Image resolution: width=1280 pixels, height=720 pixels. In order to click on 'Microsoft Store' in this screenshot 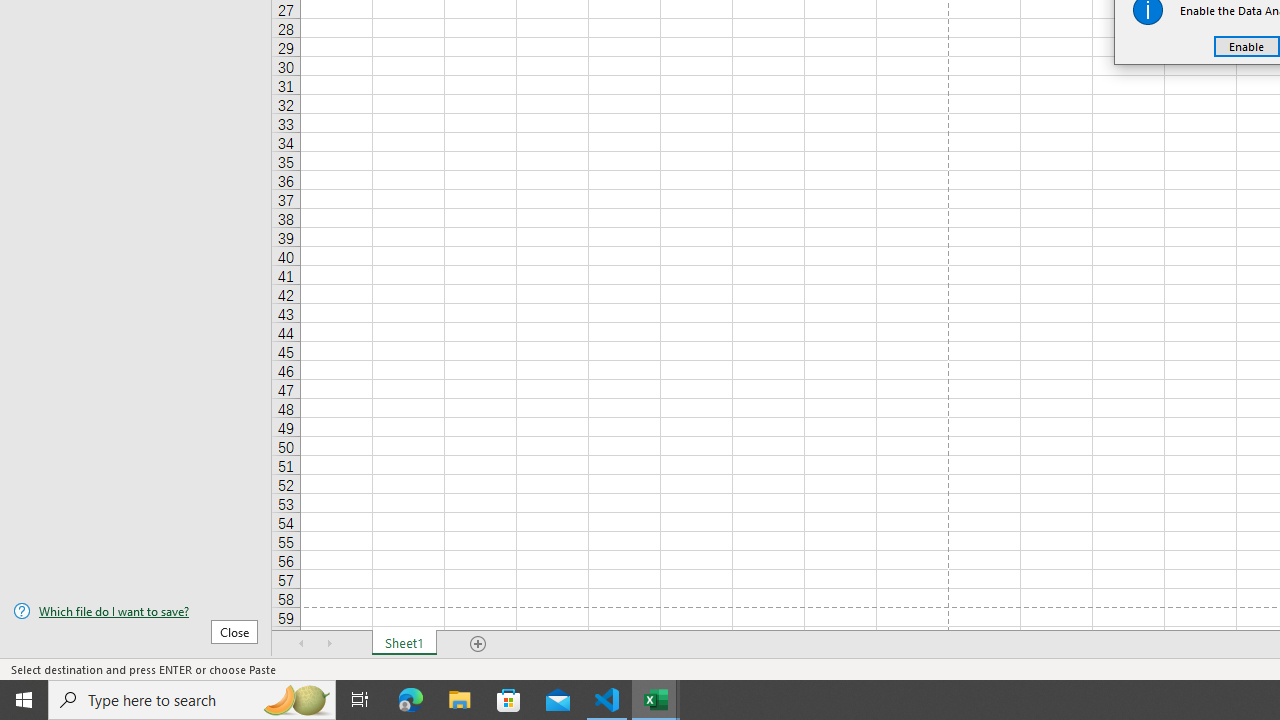, I will do `click(509, 698)`.